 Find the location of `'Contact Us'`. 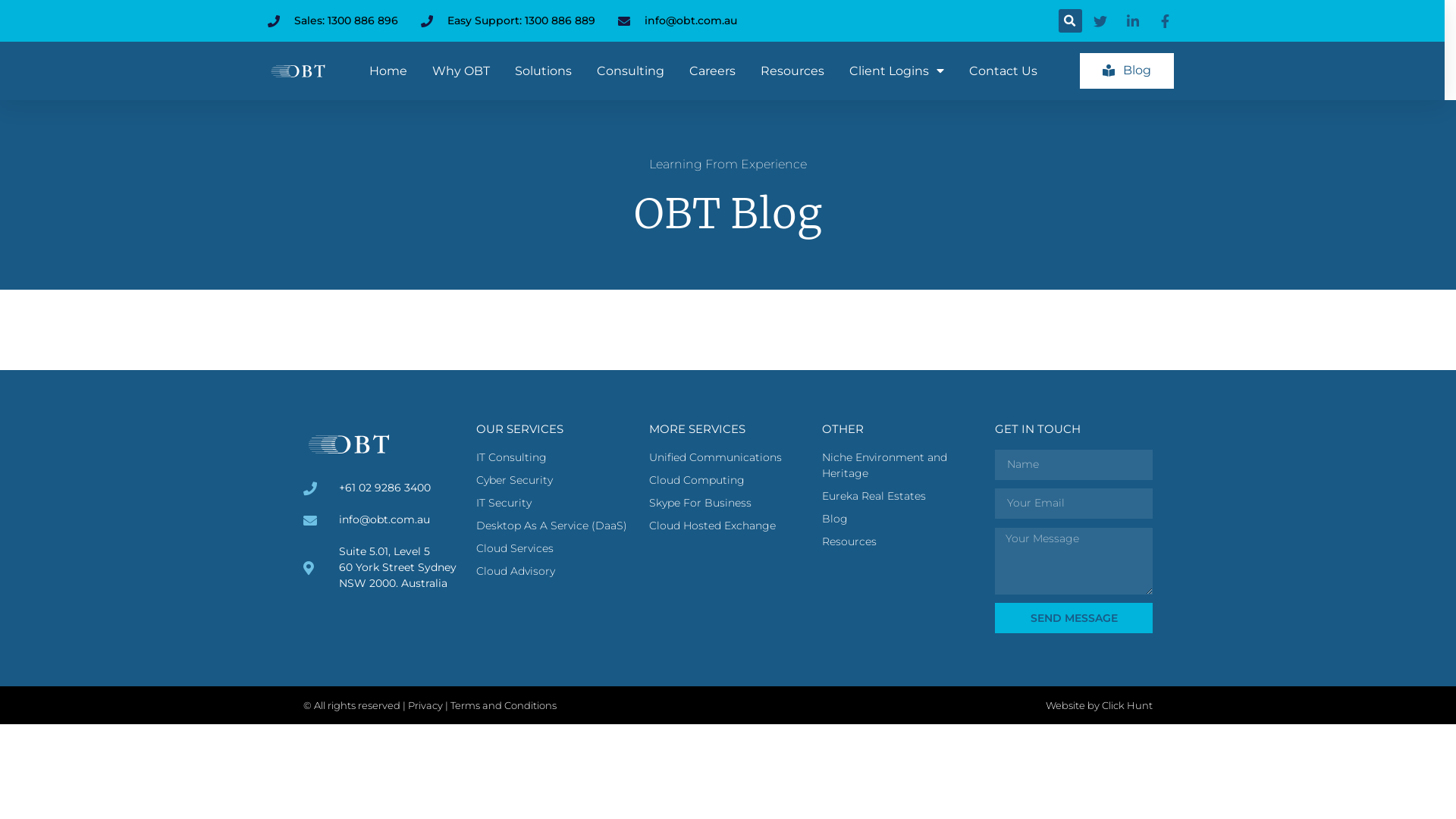

'Contact Us' is located at coordinates (1003, 70).